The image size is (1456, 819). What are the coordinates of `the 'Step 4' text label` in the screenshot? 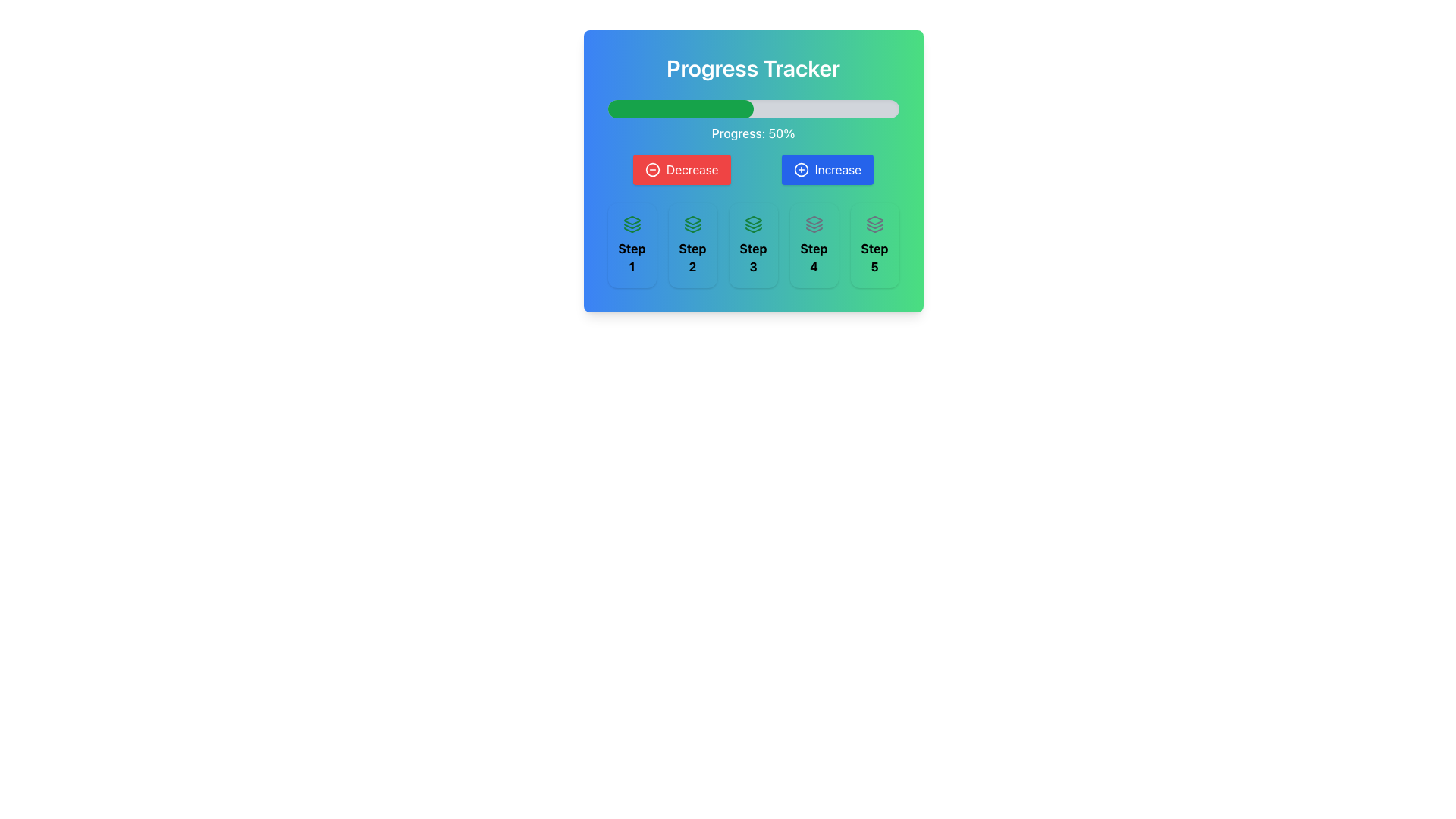 It's located at (813, 256).